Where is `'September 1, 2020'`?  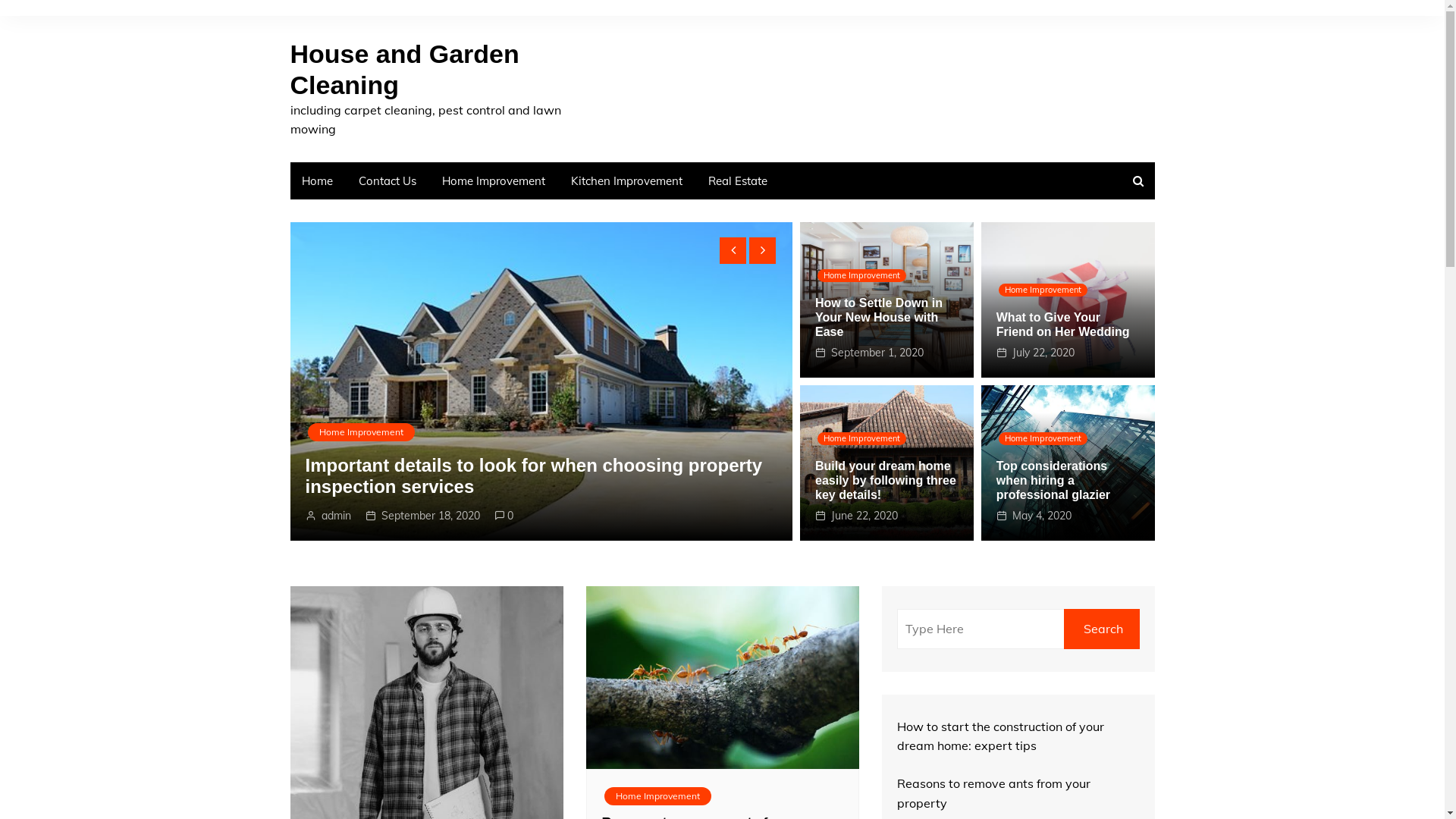
'September 1, 2020' is located at coordinates (877, 353).